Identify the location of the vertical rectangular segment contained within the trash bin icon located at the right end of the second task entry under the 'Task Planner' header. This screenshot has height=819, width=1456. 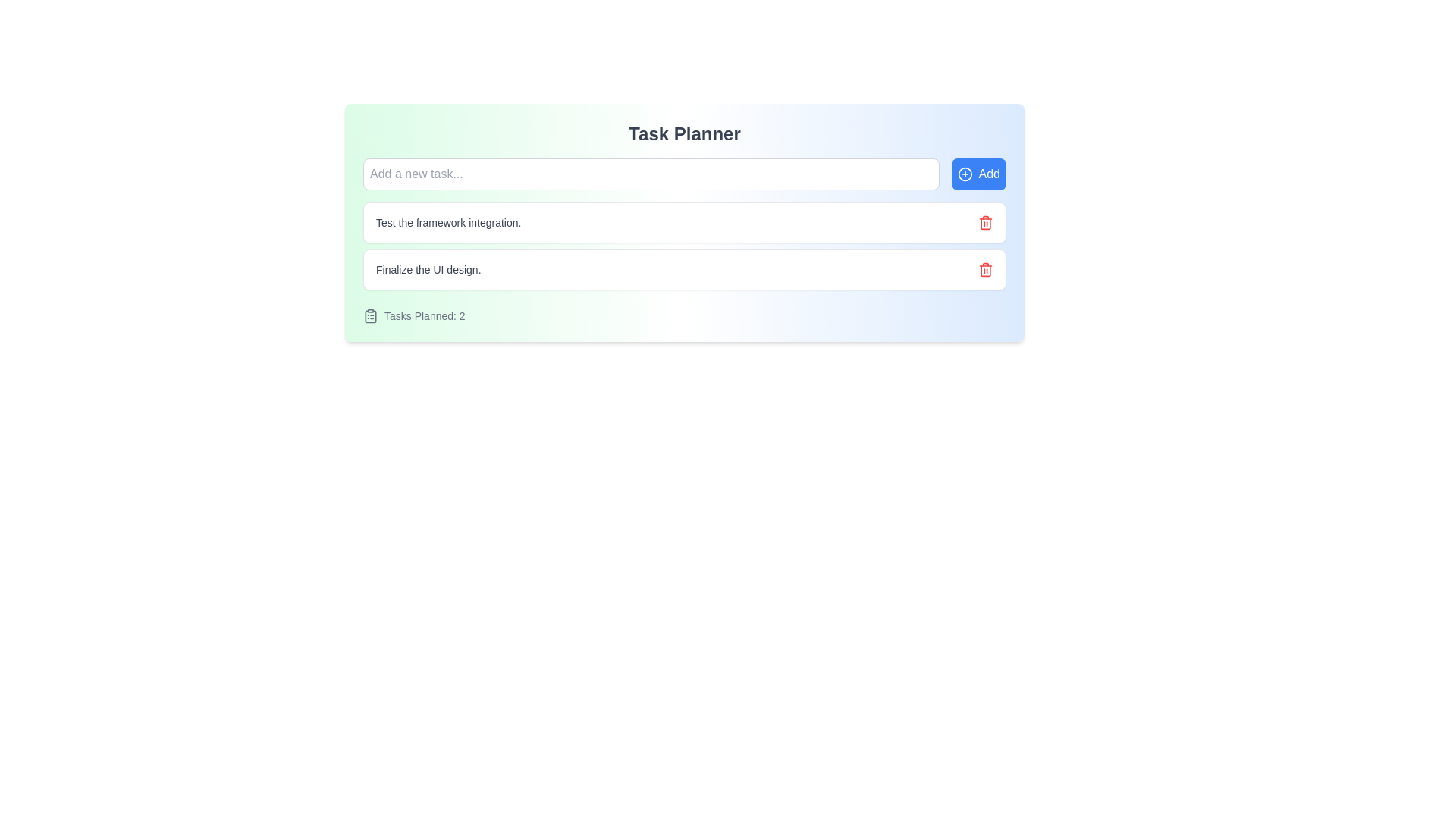
(986, 223).